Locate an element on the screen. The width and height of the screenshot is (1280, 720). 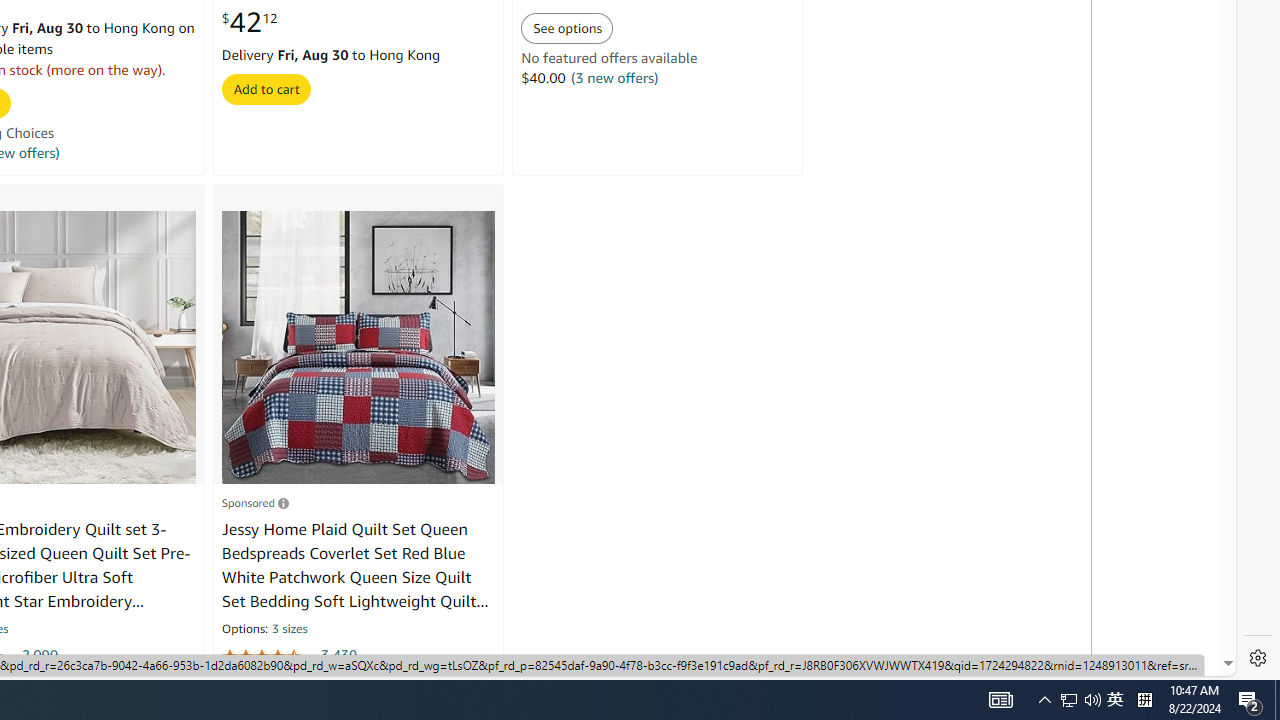
'View Sponsored information or leave ad feedback' is located at coordinates (254, 501).